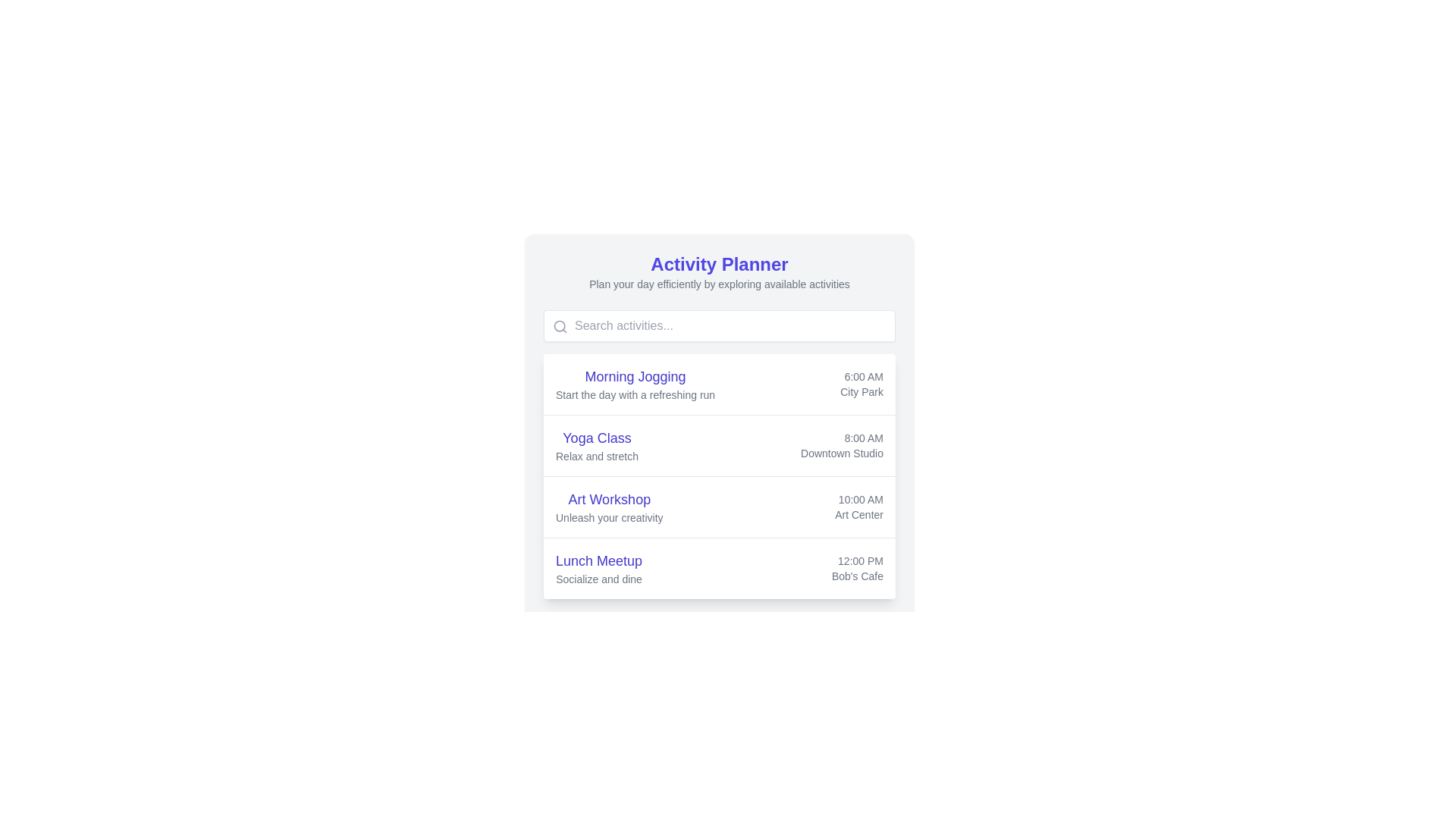 The image size is (1456, 819). Describe the element at coordinates (559, 325) in the screenshot. I see `the decorative circle within the SVG search icon, which is a small circular shape with a light gray outline, centrally positioned within the larger search icon near the top-left corner of the 'Search activities...' text input box` at that location.